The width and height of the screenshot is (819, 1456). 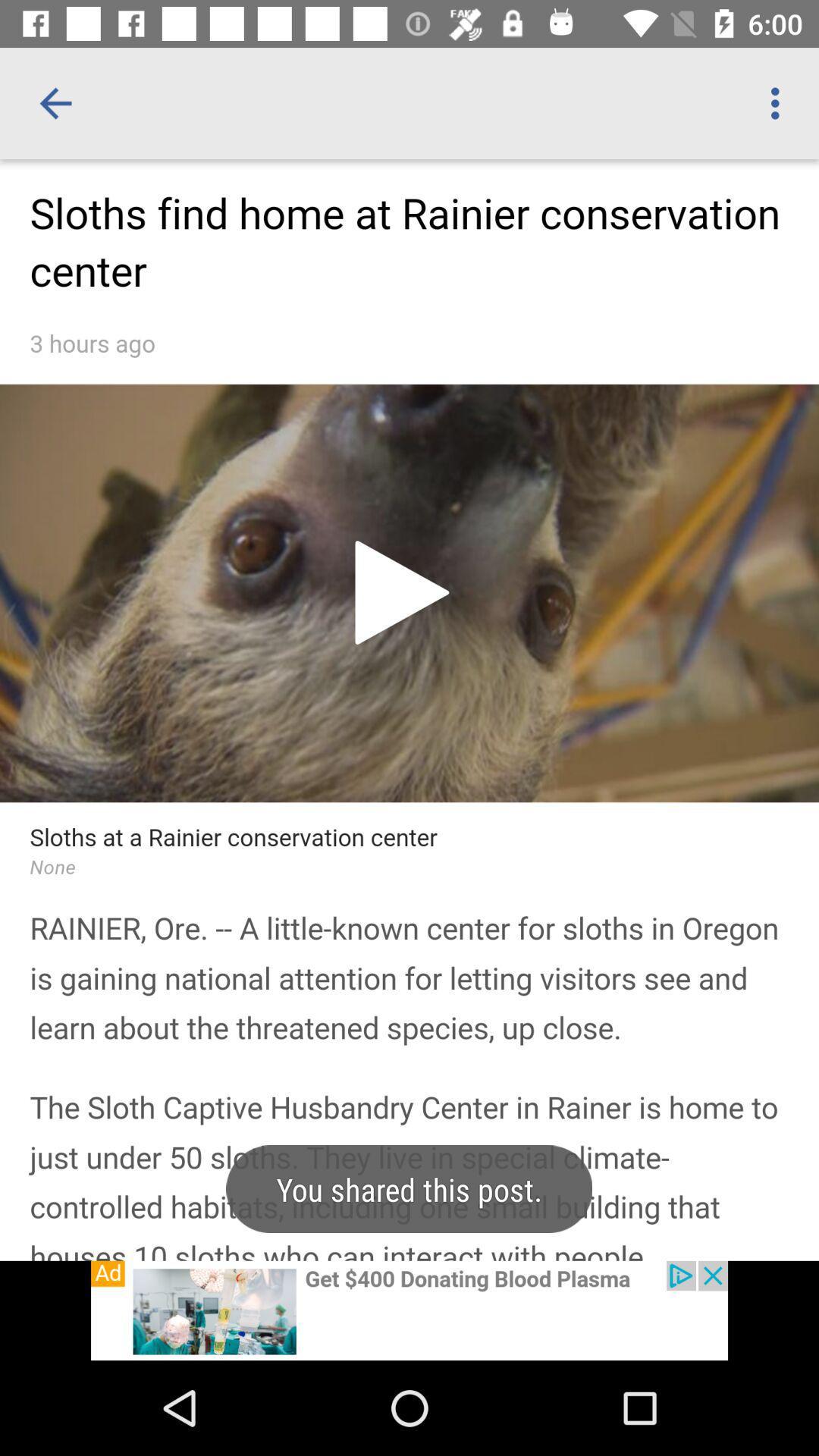 What do you see at coordinates (409, 1310) in the screenshot?
I see `advertisement` at bounding box center [409, 1310].